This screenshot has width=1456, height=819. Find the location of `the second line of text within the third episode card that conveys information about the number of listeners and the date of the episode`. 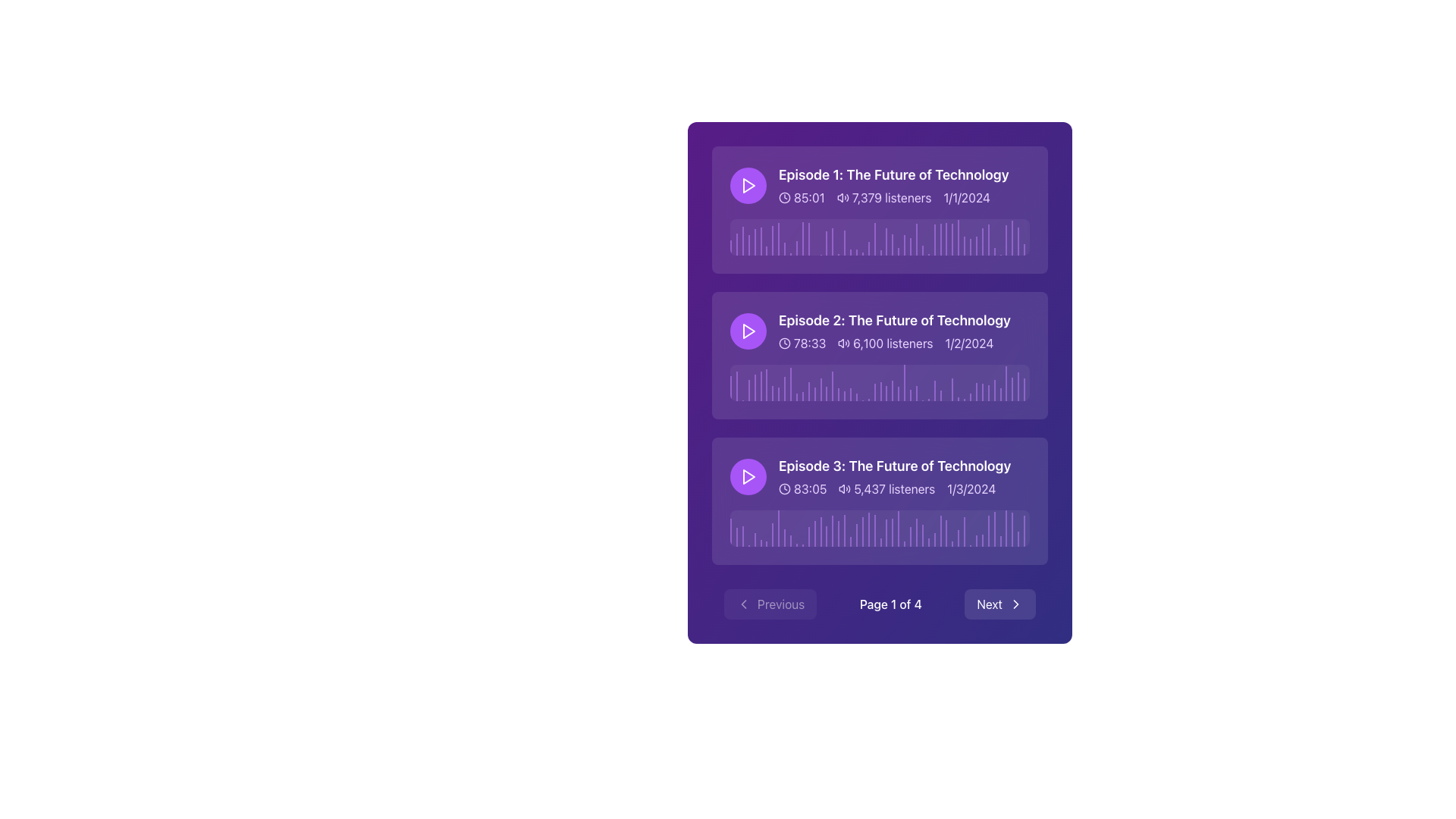

the second line of text within the third episode card that conveys information about the number of listeners and the date of the episode is located at coordinates (895, 488).